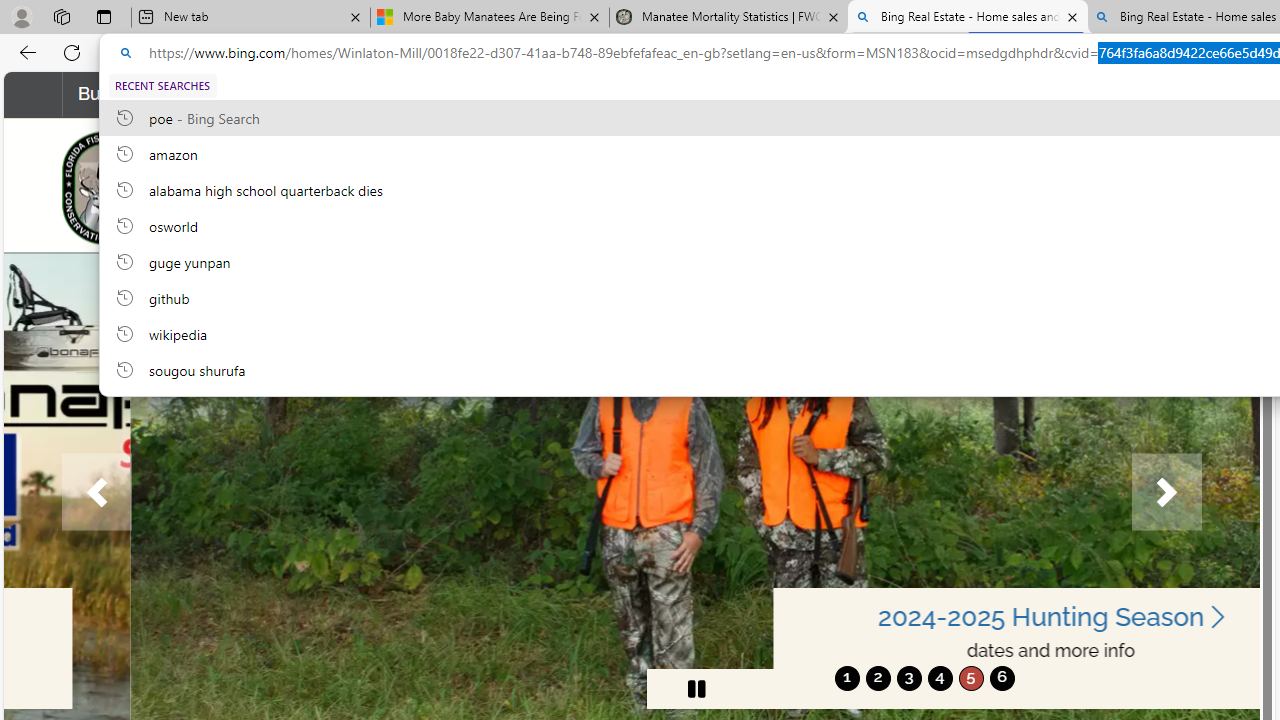 The height and width of the screenshot is (720, 1280). Describe the element at coordinates (878, 677) in the screenshot. I see `'2'` at that location.